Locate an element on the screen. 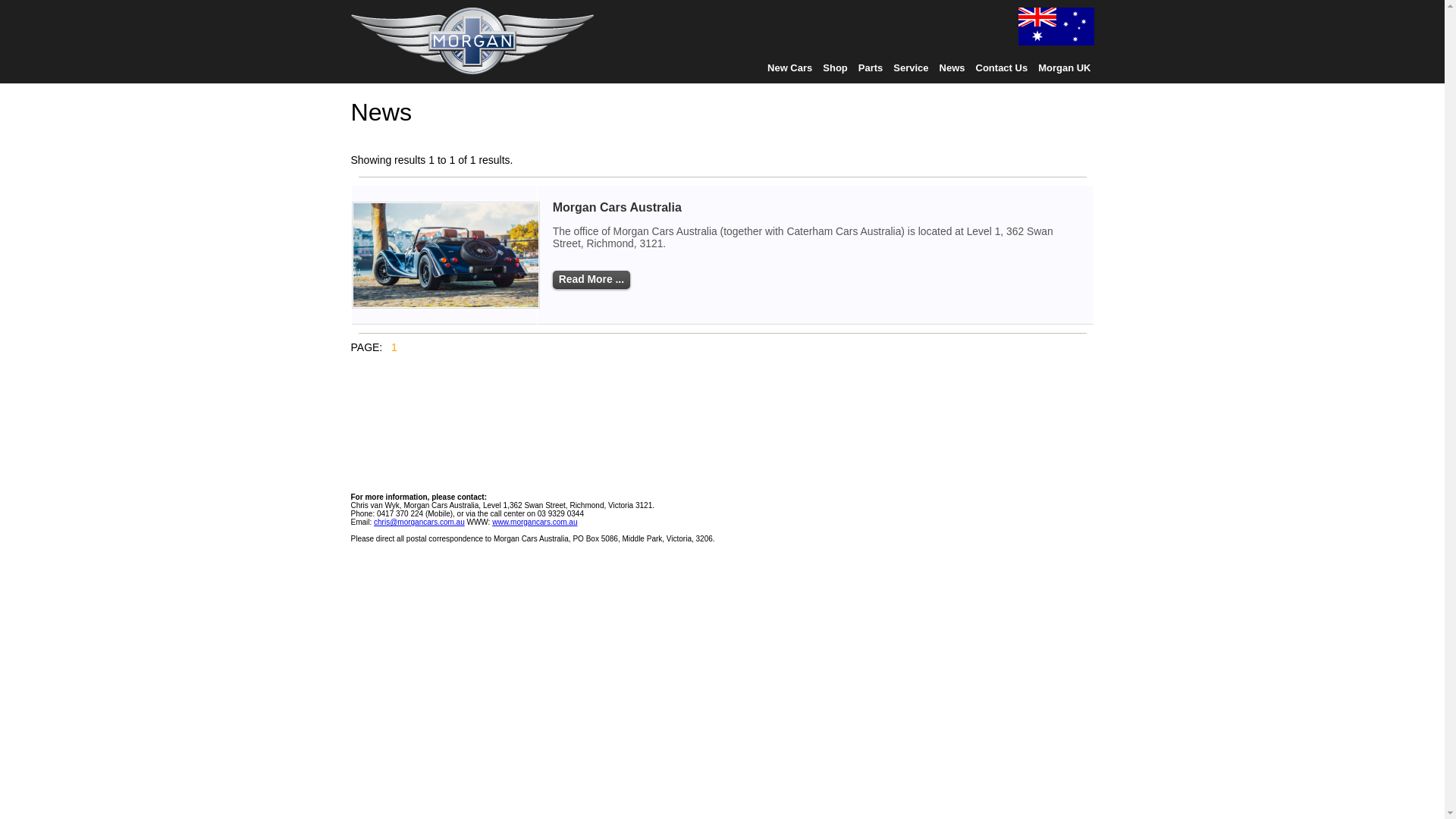  'New Cars' is located at coordinates (789, 67).